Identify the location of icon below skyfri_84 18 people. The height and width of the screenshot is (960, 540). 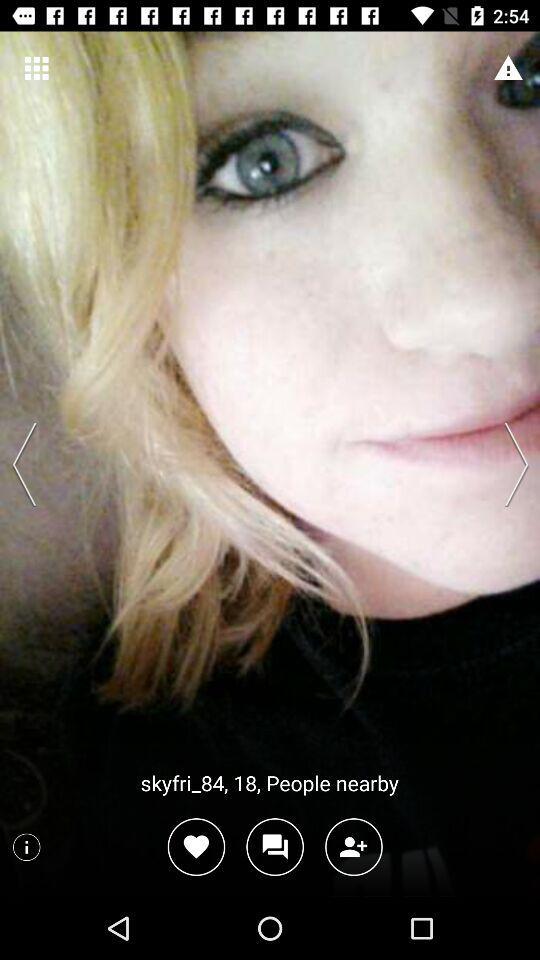
(274, 846).